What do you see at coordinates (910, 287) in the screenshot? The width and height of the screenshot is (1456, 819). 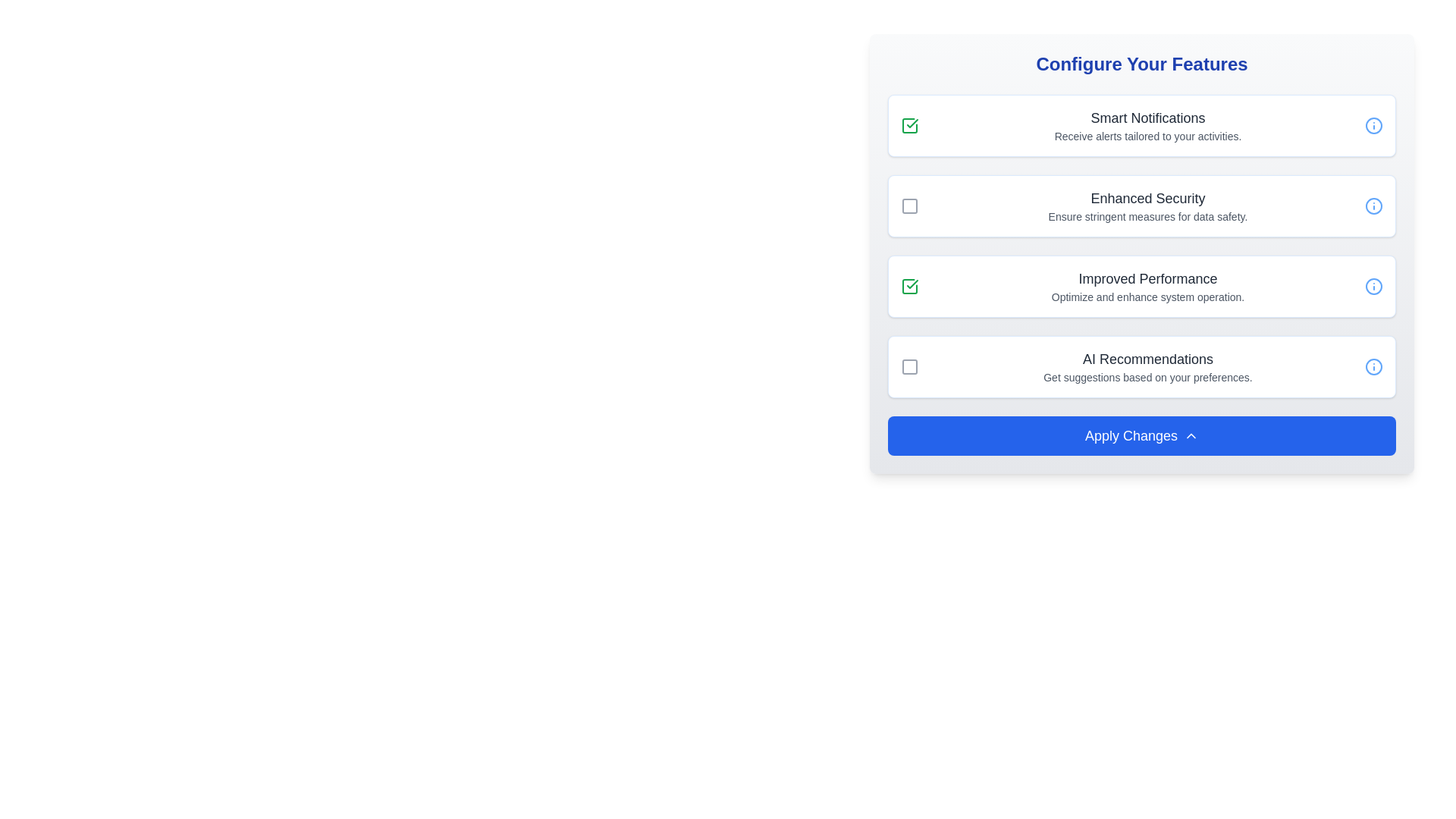 I see `the green-outlined checkbox with a checkmark next to the 'Improved Performance' option` at bounding box center [910, 287].